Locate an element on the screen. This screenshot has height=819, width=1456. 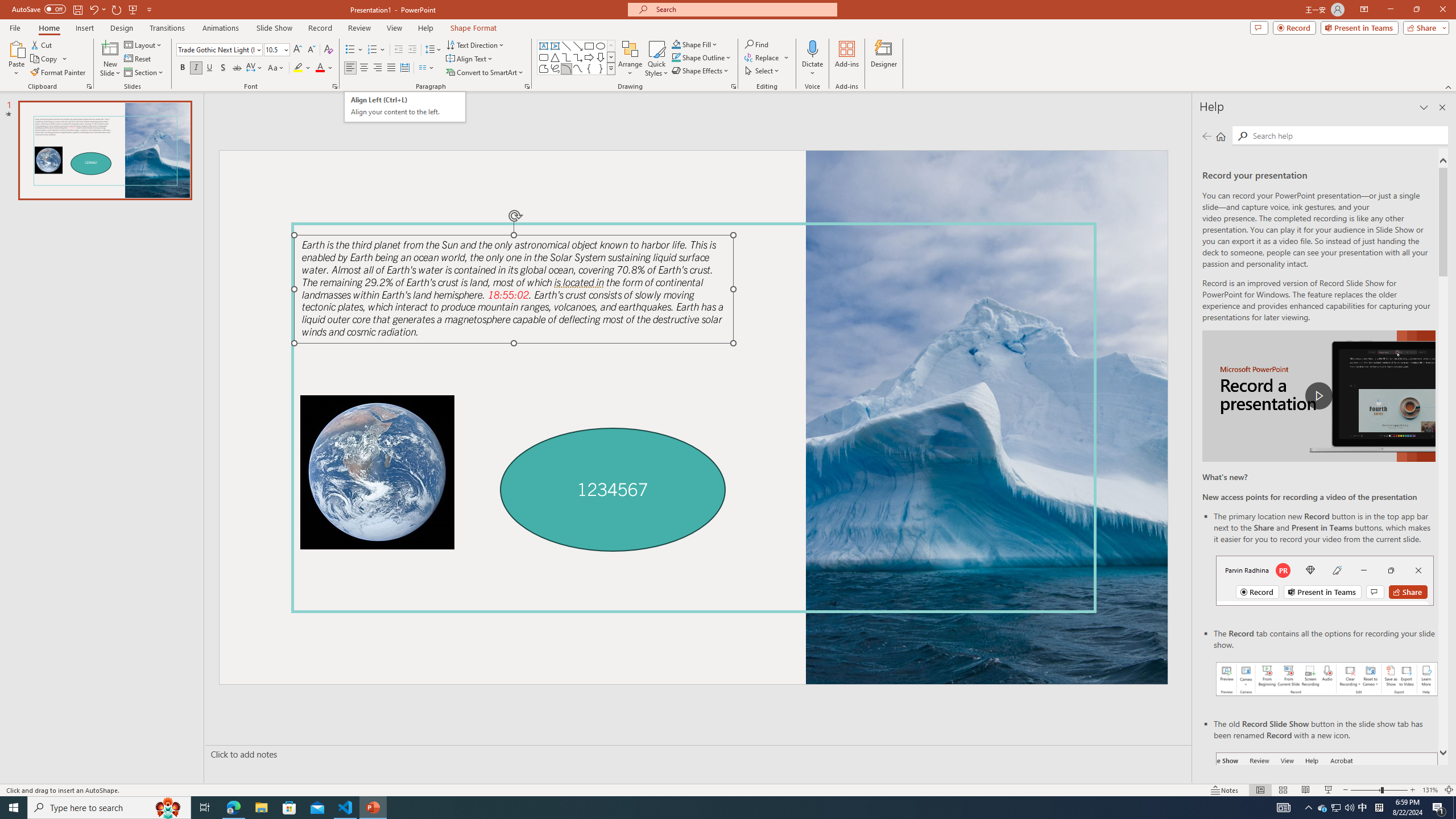
'Shape Outline Teal, Accent 1' is located at coordinates (676, 56).